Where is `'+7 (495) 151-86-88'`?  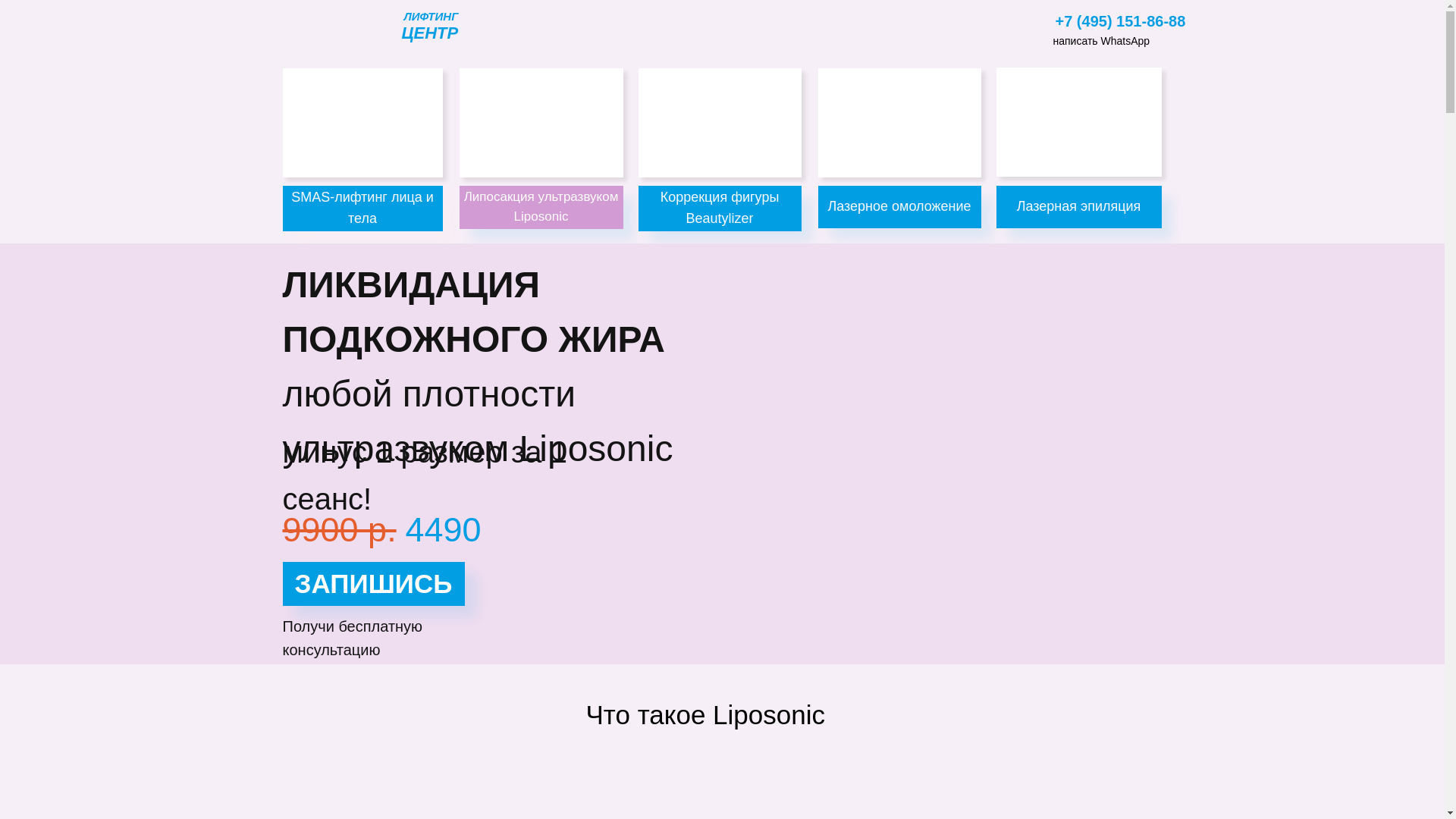 '+7 (495) 151-86-88' is located at coordinates (1055, 20).